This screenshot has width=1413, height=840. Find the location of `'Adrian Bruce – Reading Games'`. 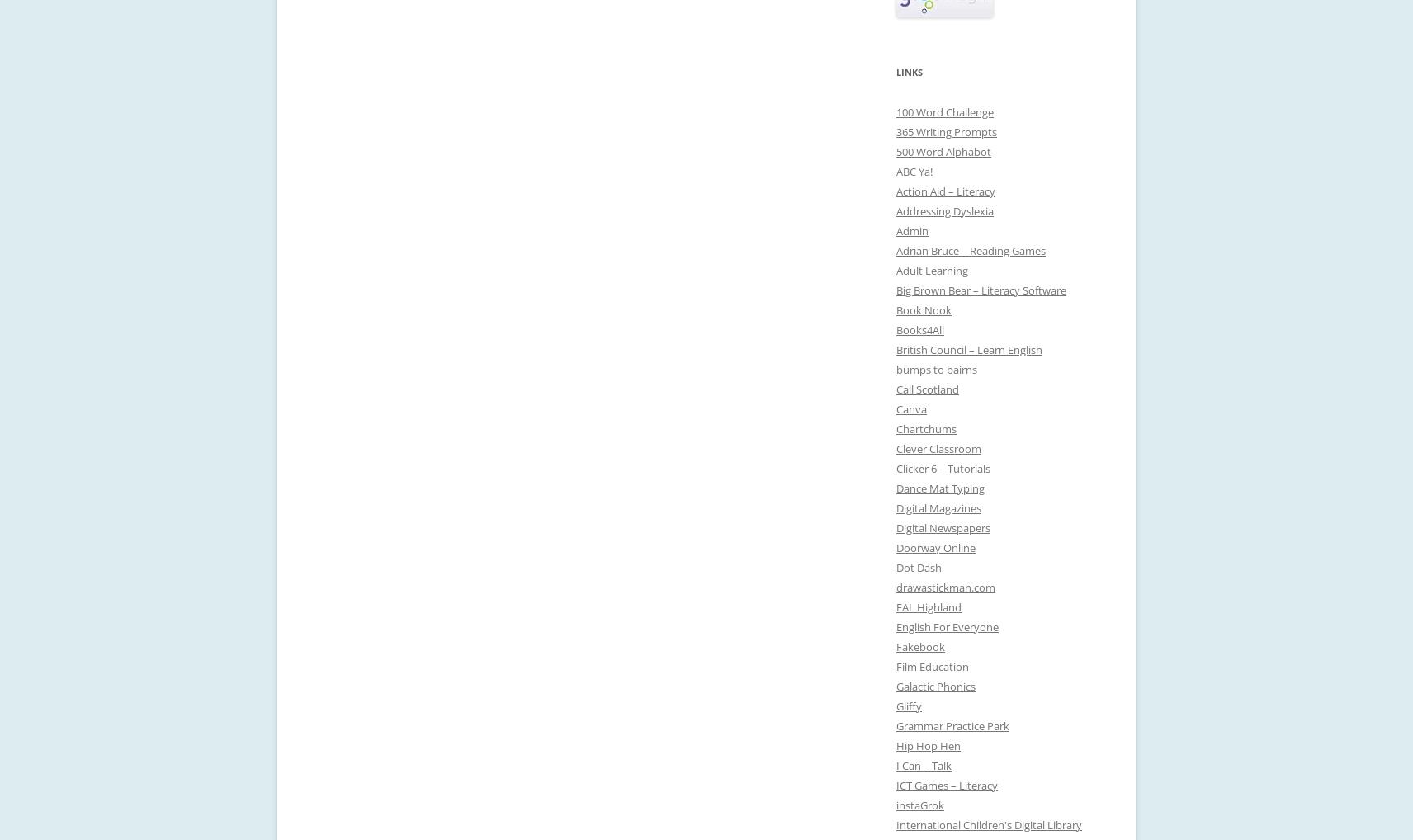

'Adrian Bruce – Reading Games' is located at coordinates (971, 250).